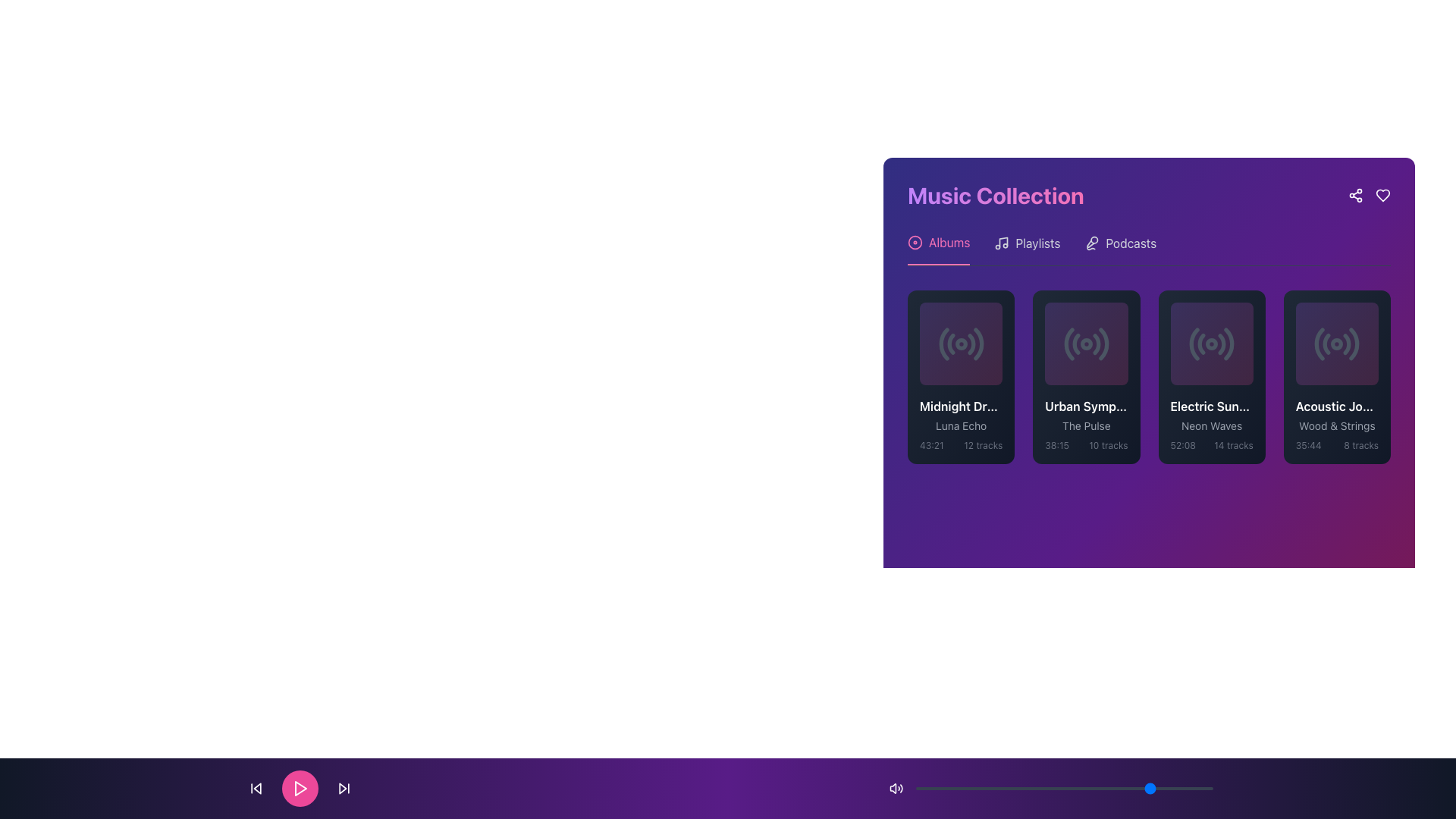 This screenshot has width=1456, height=819. I want to click on the circular pink button with a play icon located at the center of the rightmost card in the 'Music Collection' section to play the media, so click(1337, 344).